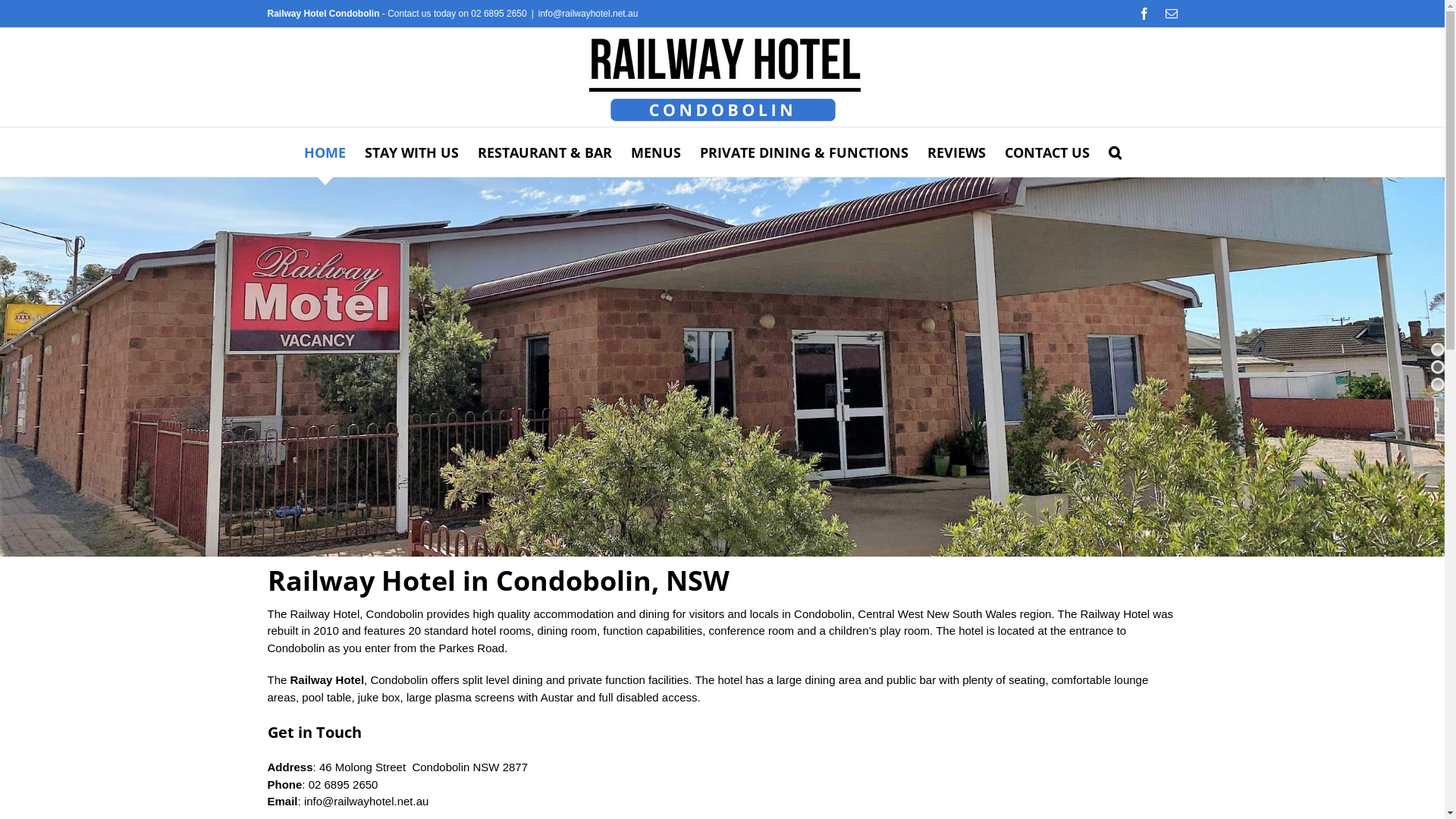 The width and height of the screenshot is (1456, 819). I want to click on 'RESTAURANT & BAR', so click(544, 152).